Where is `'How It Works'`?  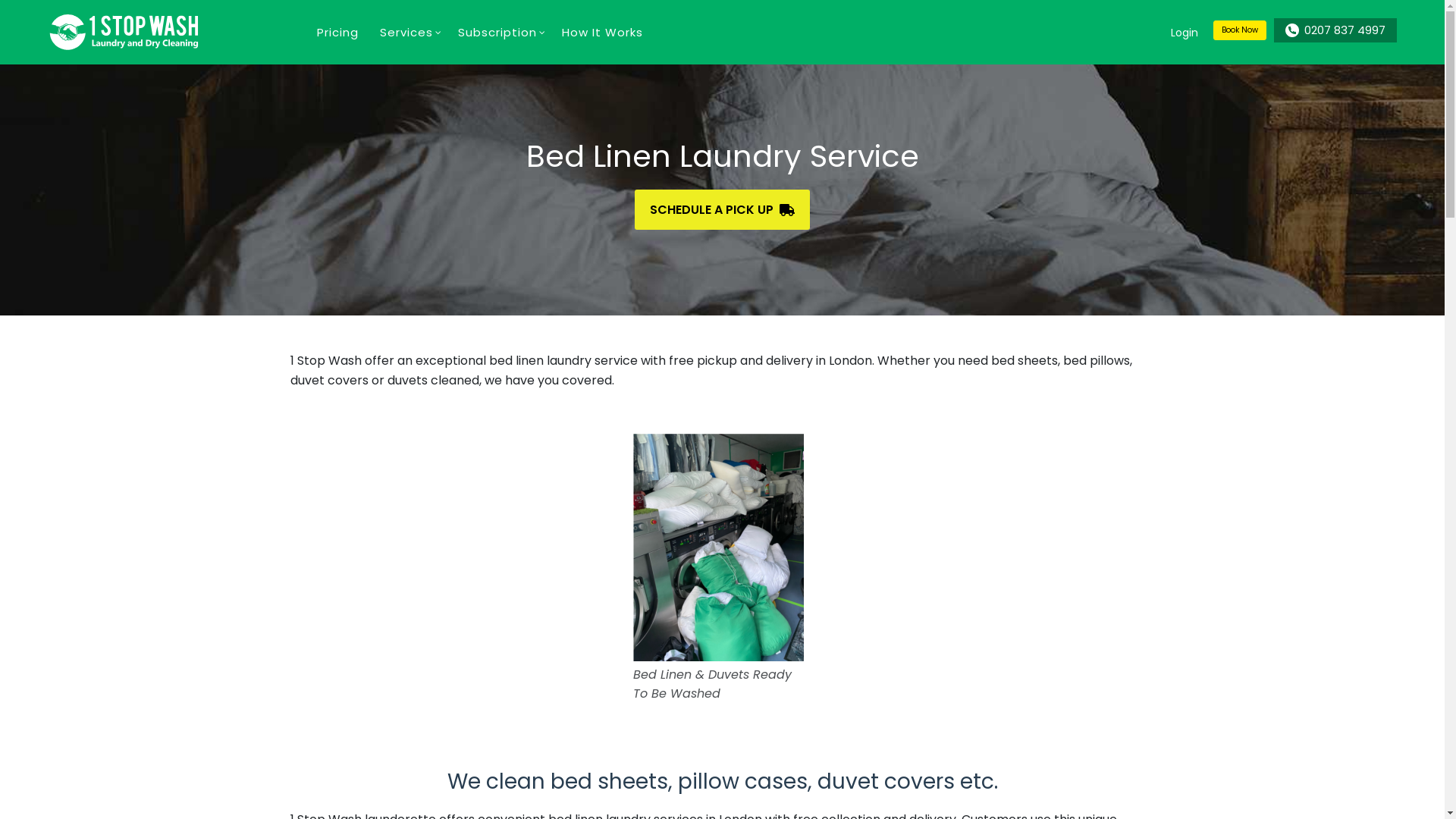
'How It Works' is located at coordinates (551, 32).